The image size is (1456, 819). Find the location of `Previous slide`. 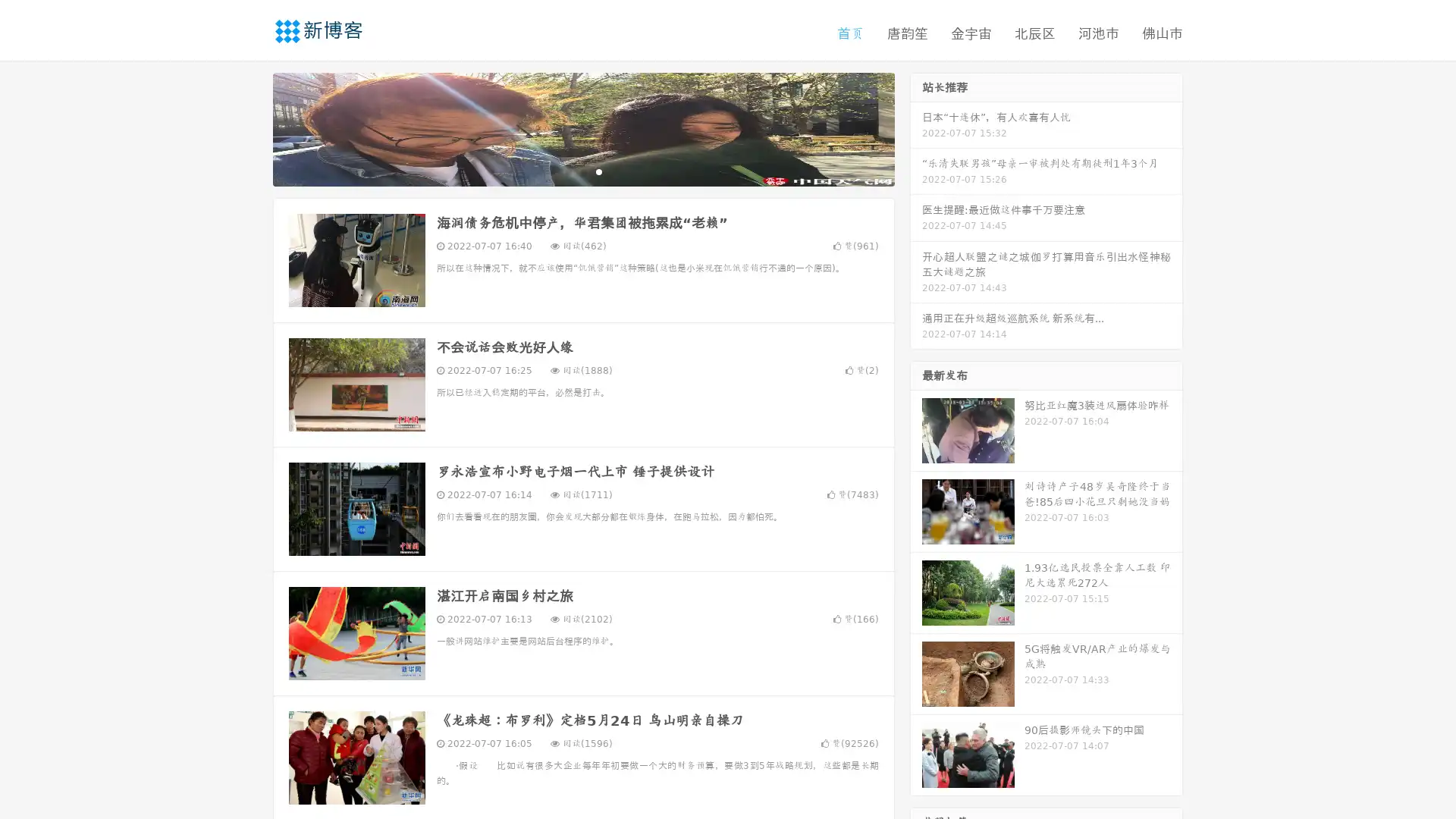

Previous slide is located at coordinates (250, 127).